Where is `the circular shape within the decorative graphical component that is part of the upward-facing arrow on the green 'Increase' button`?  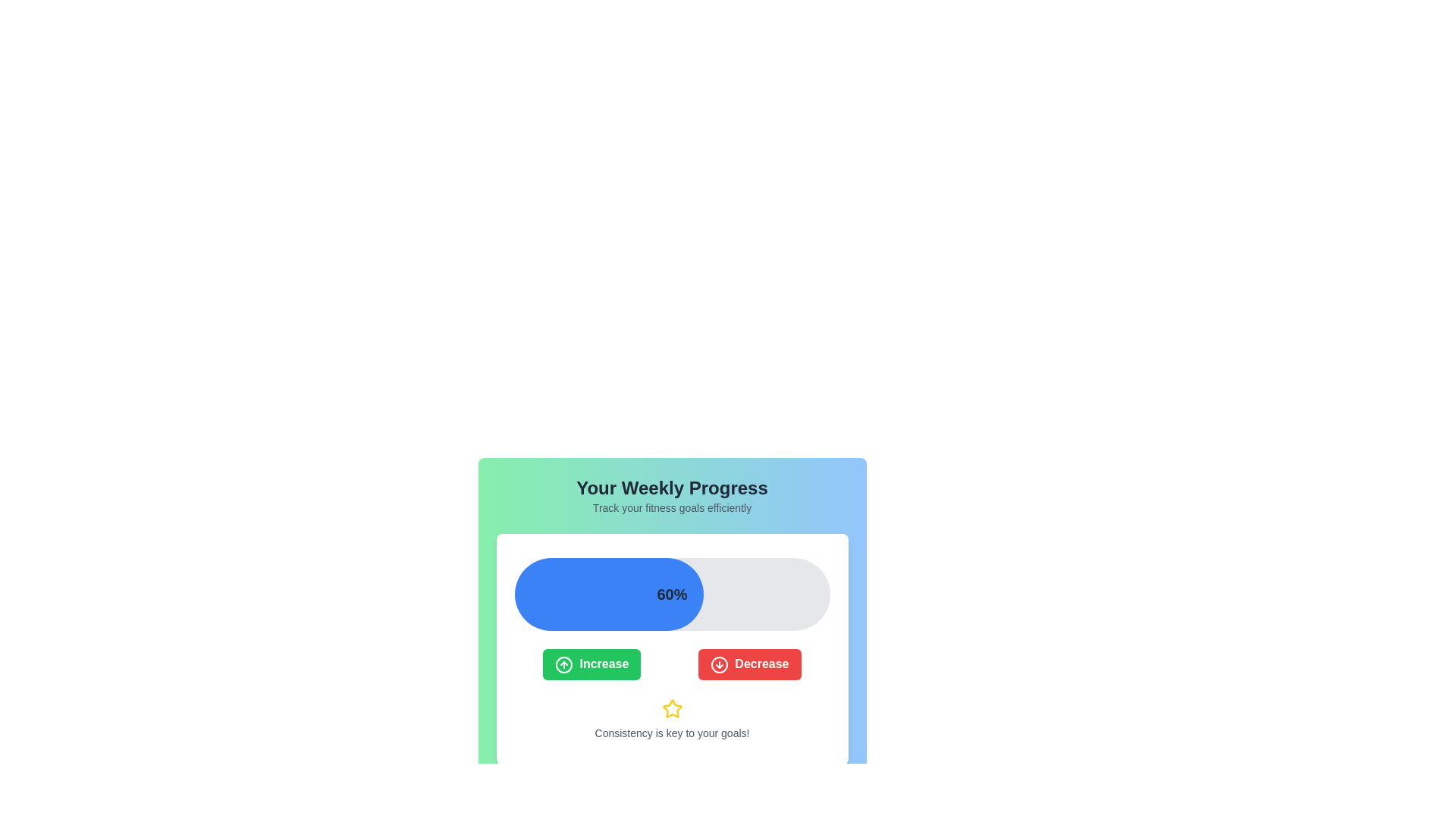
the circular shape within the decorative graphical component that is part of the upward-facing arrow on the green 'Increase' button is located at coordinates (563, 664).